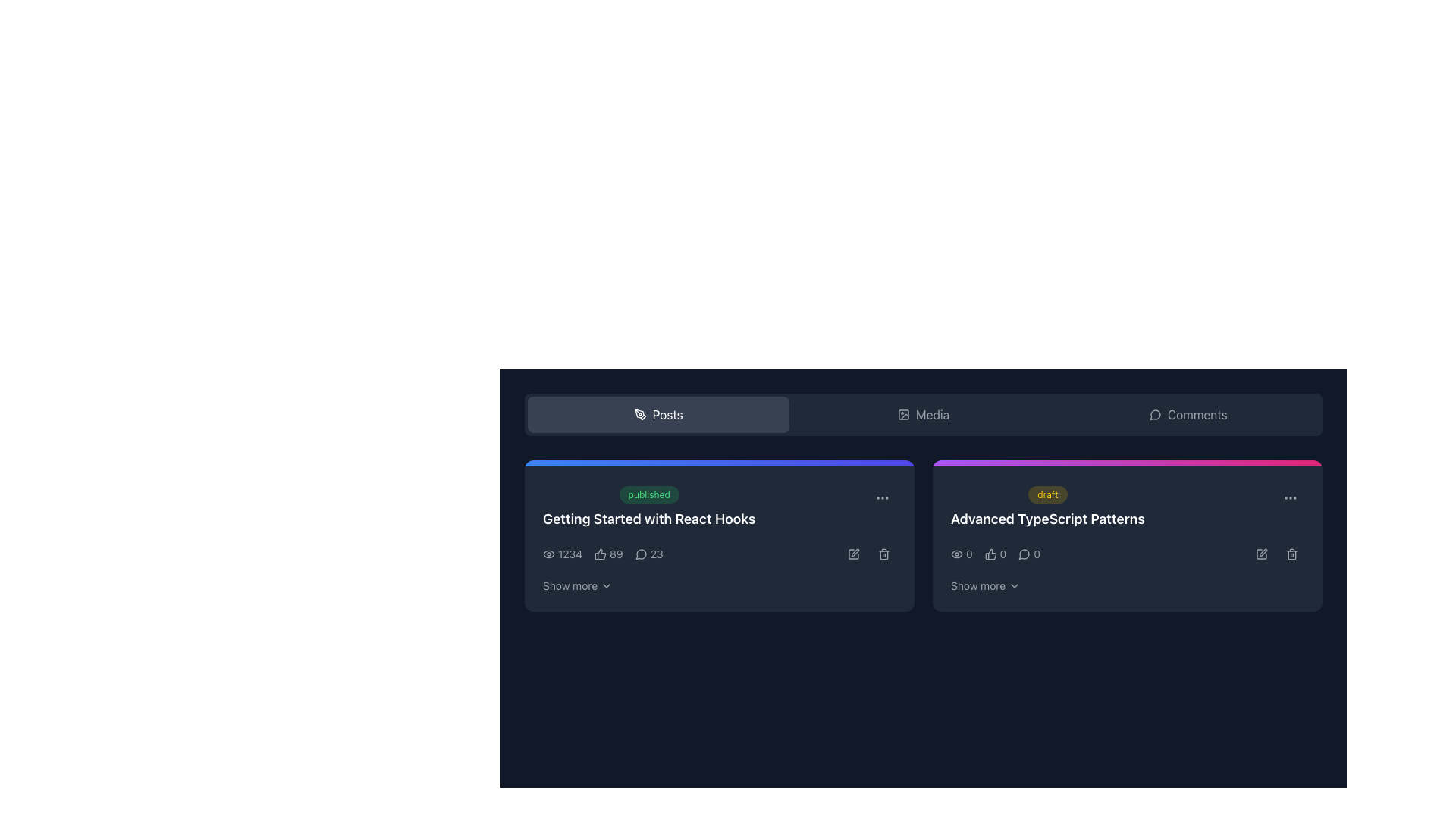  Describe the element at coordinates (719, 507) in the screenshot. I see `the label with a green background and the heading 'Getting Started with React Hooks'` at that location.